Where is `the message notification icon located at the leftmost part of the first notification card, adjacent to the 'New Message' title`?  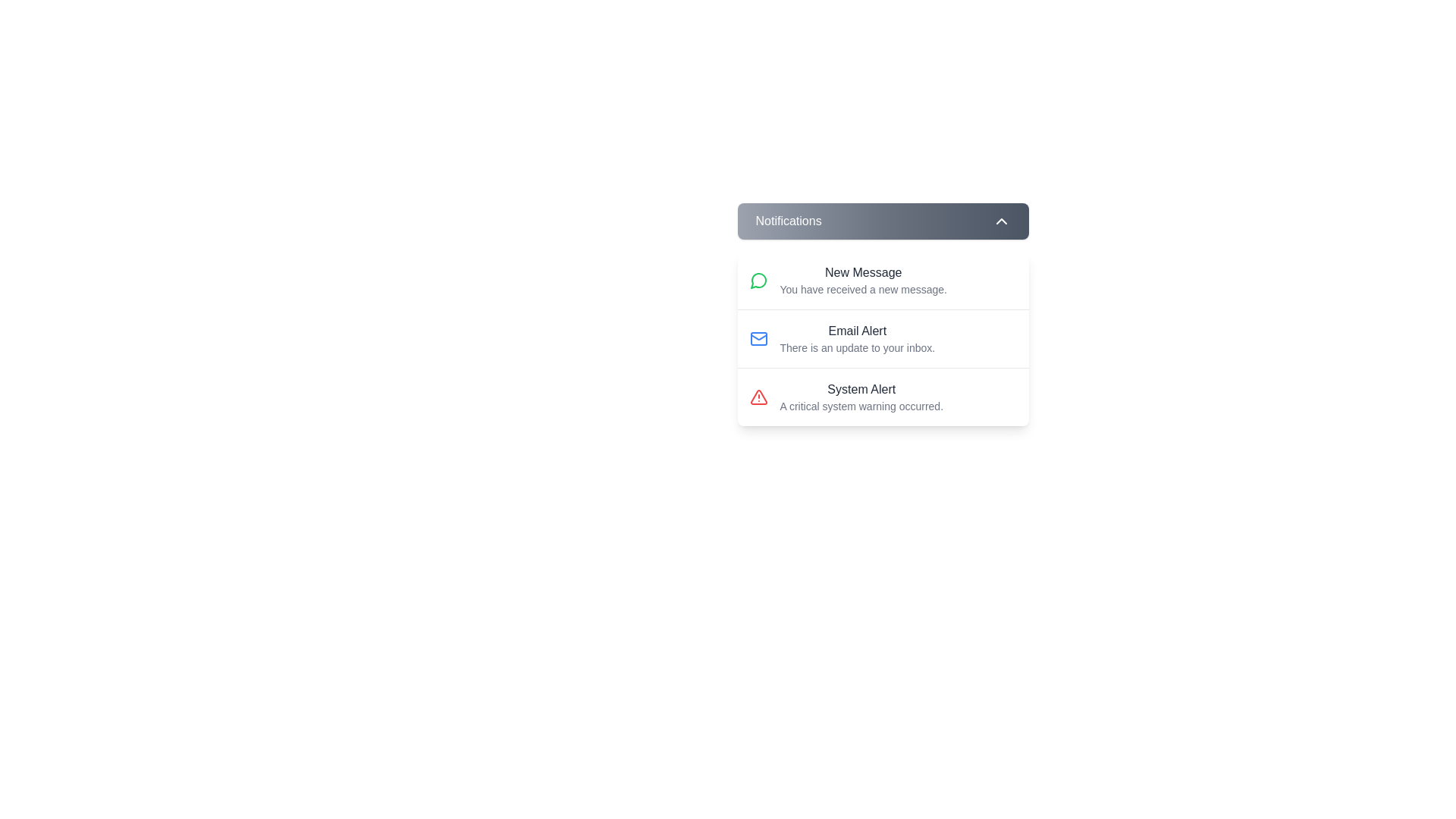 the message notification icon located at the leftmost part of the first notification card, adjacent to the 'New Message' title is located at coordinates (758, 281).